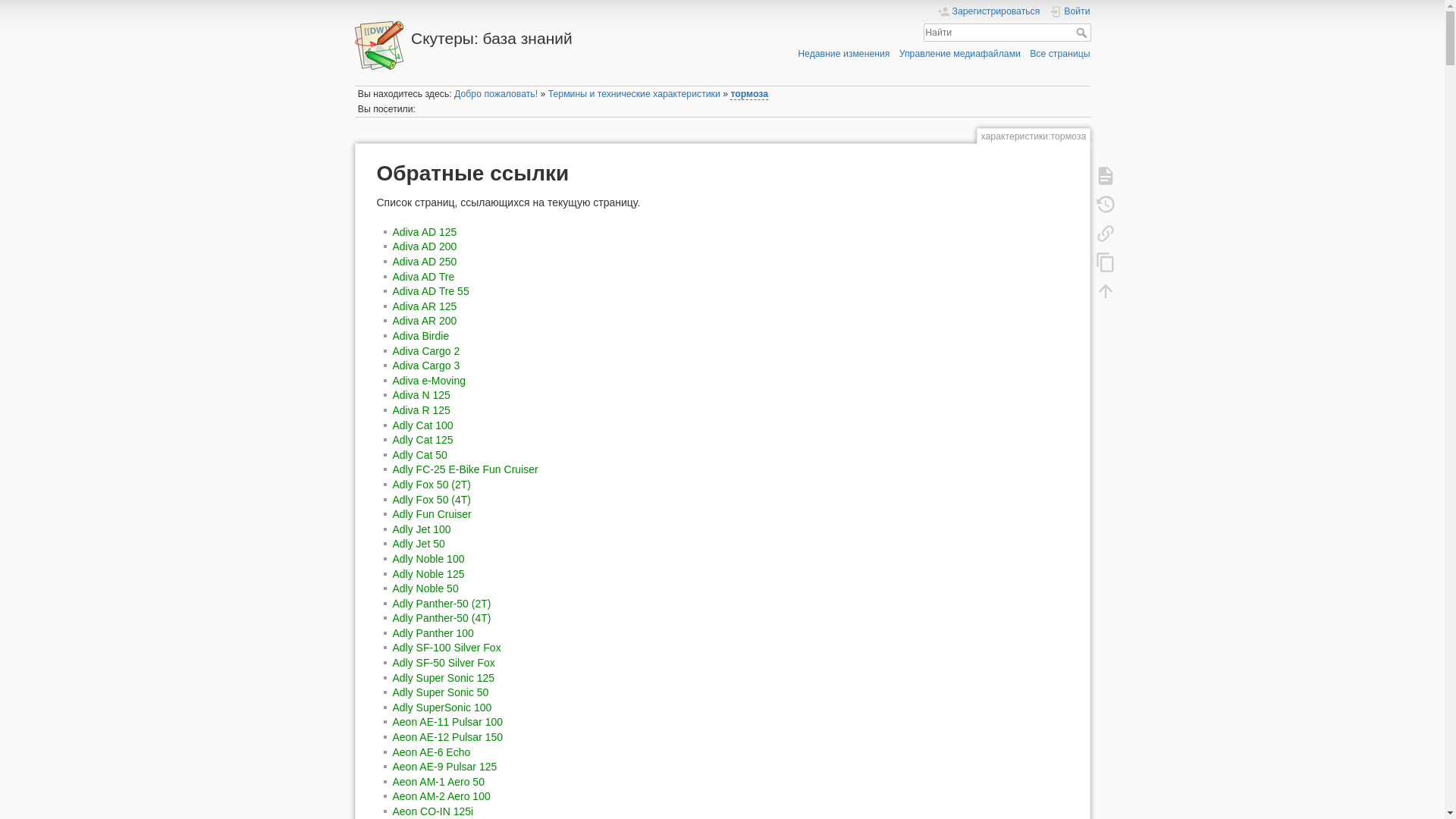  I want to click on '[F]', so click(1007, 33).